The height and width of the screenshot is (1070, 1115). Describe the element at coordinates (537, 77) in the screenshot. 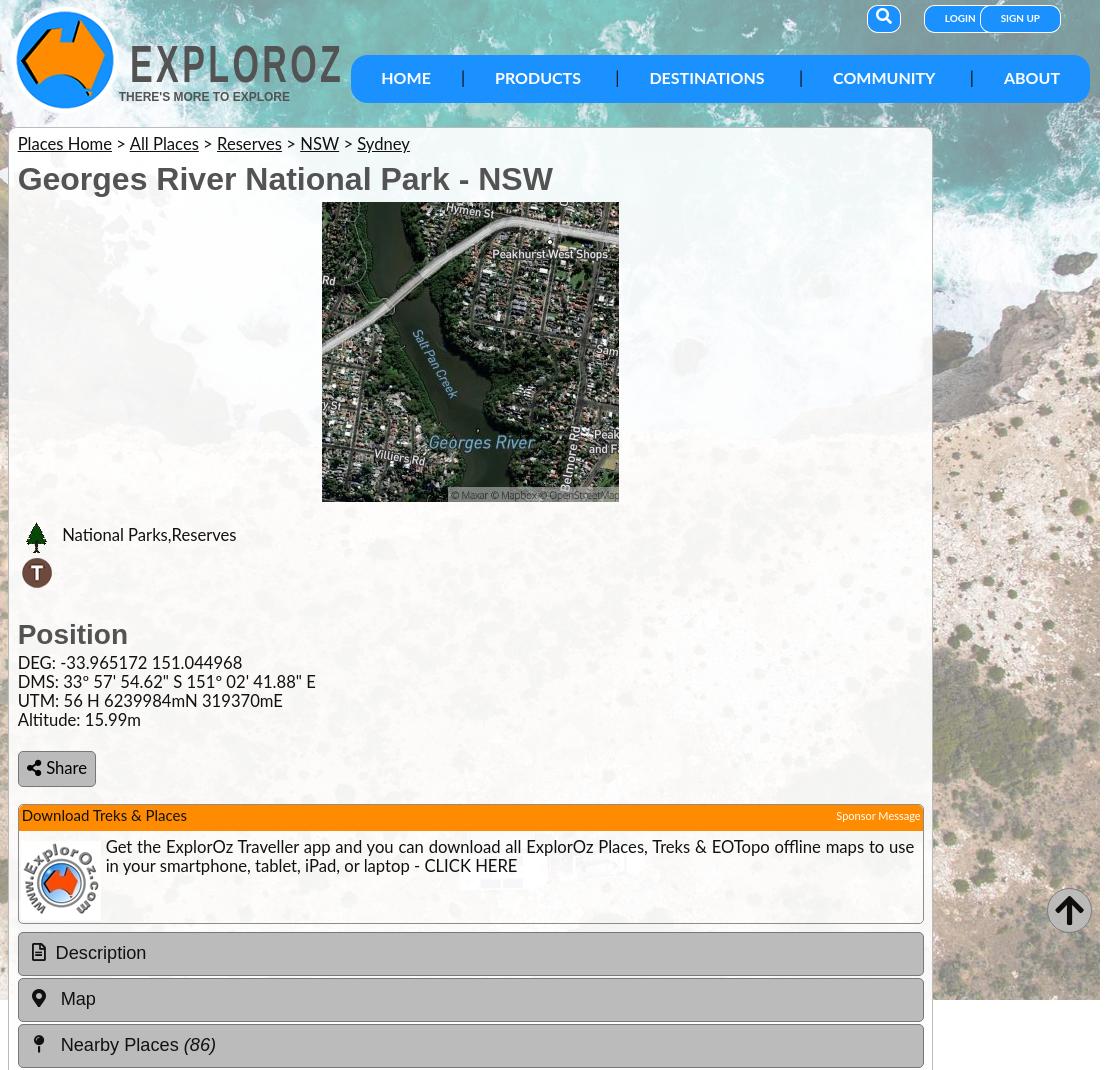

I see `'Products'` at that location.